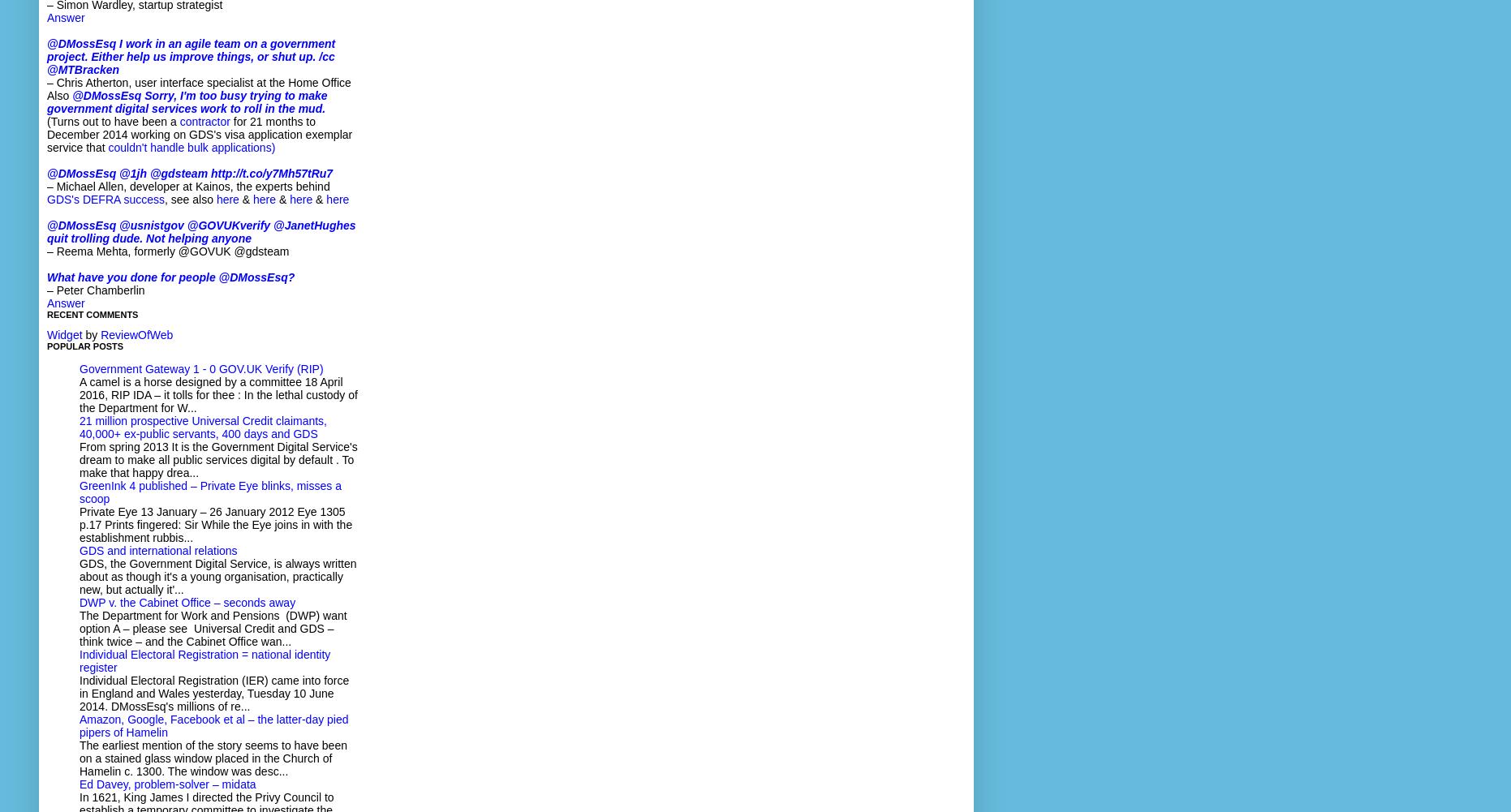 The height and width of the screenshot is (812, 1511). Describe the element at coordinates (92, 313) in the screenshot. I see `'Recent Comments'` at that location.